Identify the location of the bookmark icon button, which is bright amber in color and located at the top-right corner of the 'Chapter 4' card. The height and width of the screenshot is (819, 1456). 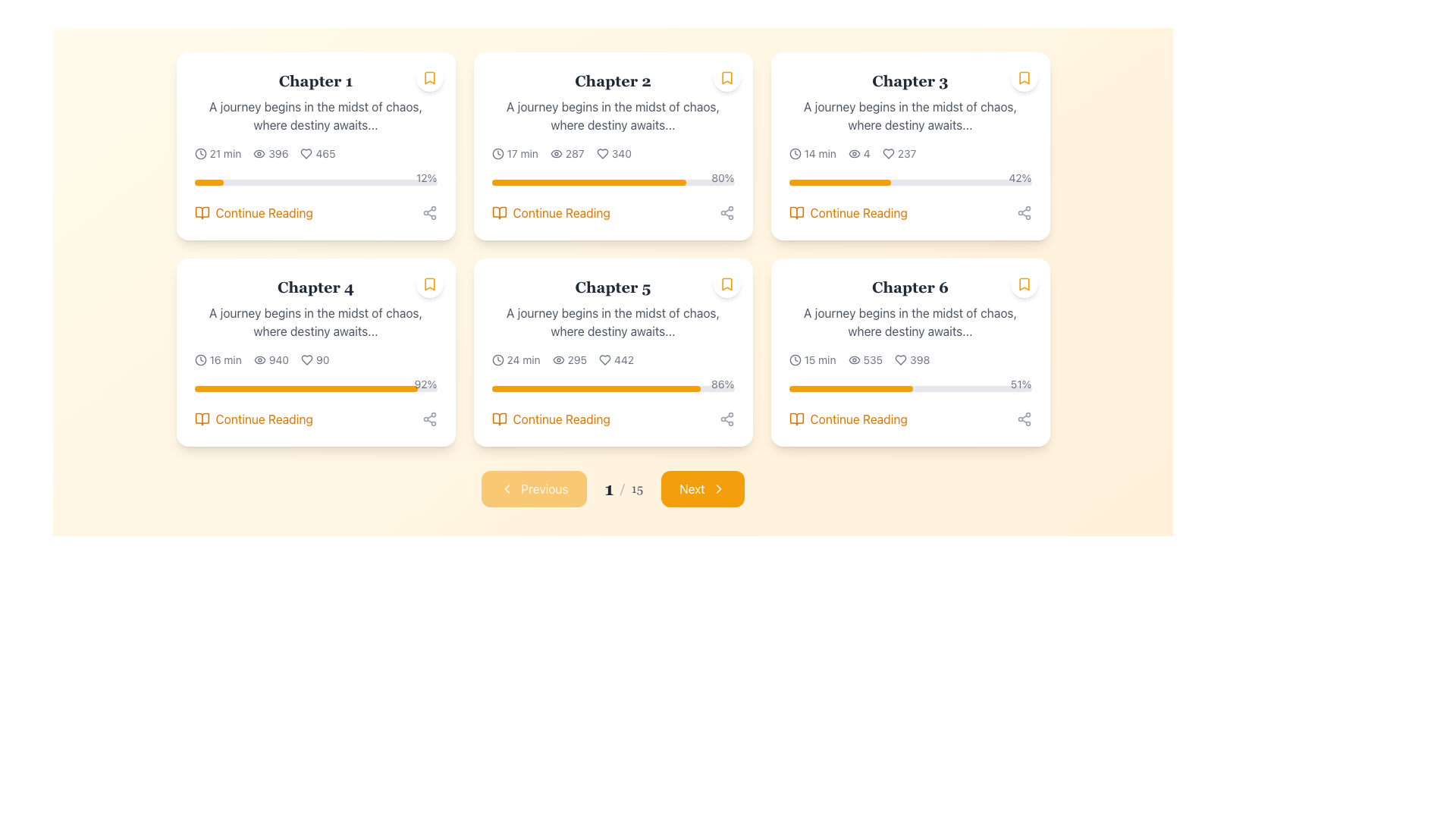
(428, 284).